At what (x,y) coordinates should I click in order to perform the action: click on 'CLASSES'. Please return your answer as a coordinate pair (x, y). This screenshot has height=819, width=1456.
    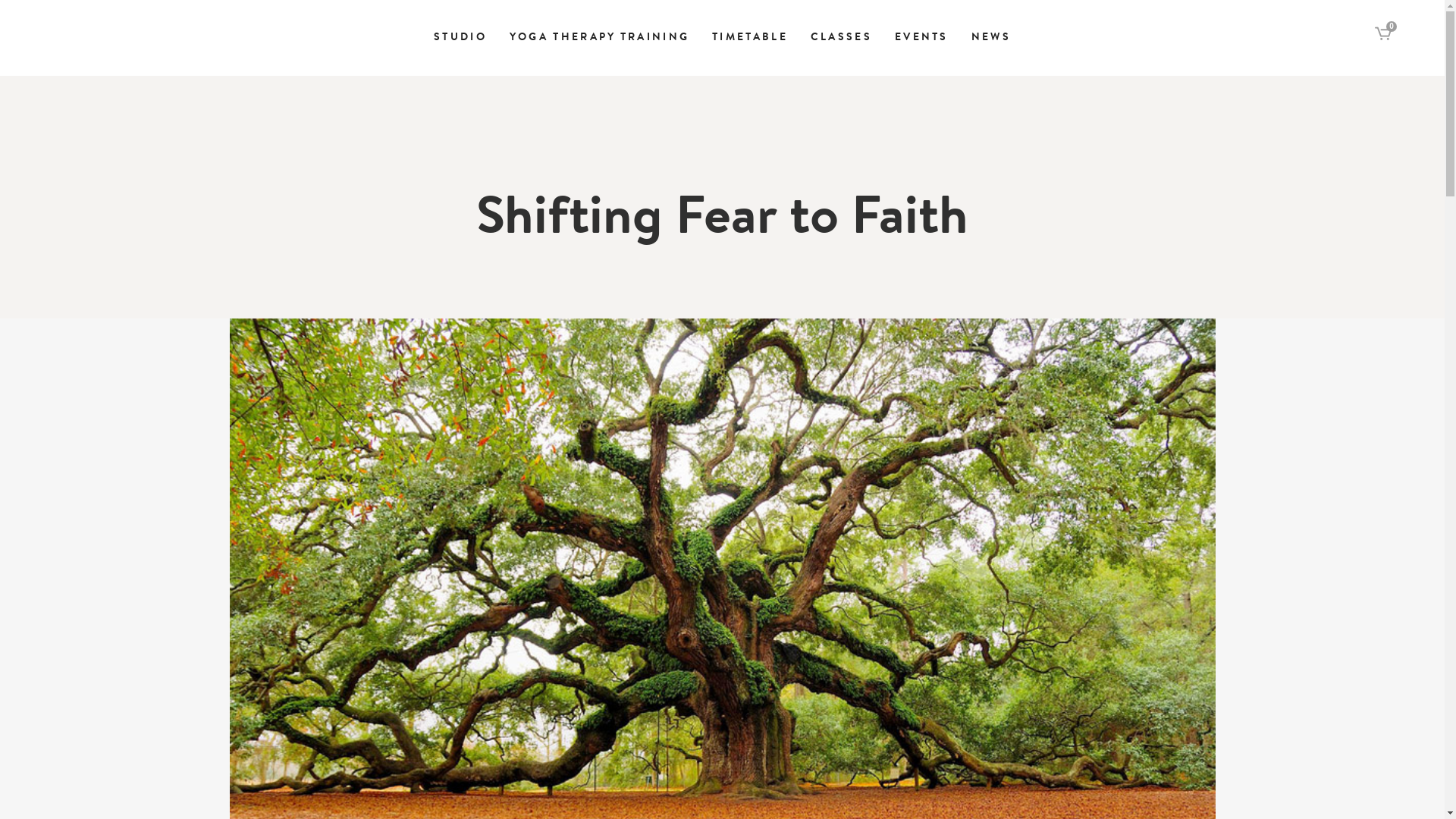
    Looking at the image, I should click on (840, 37).